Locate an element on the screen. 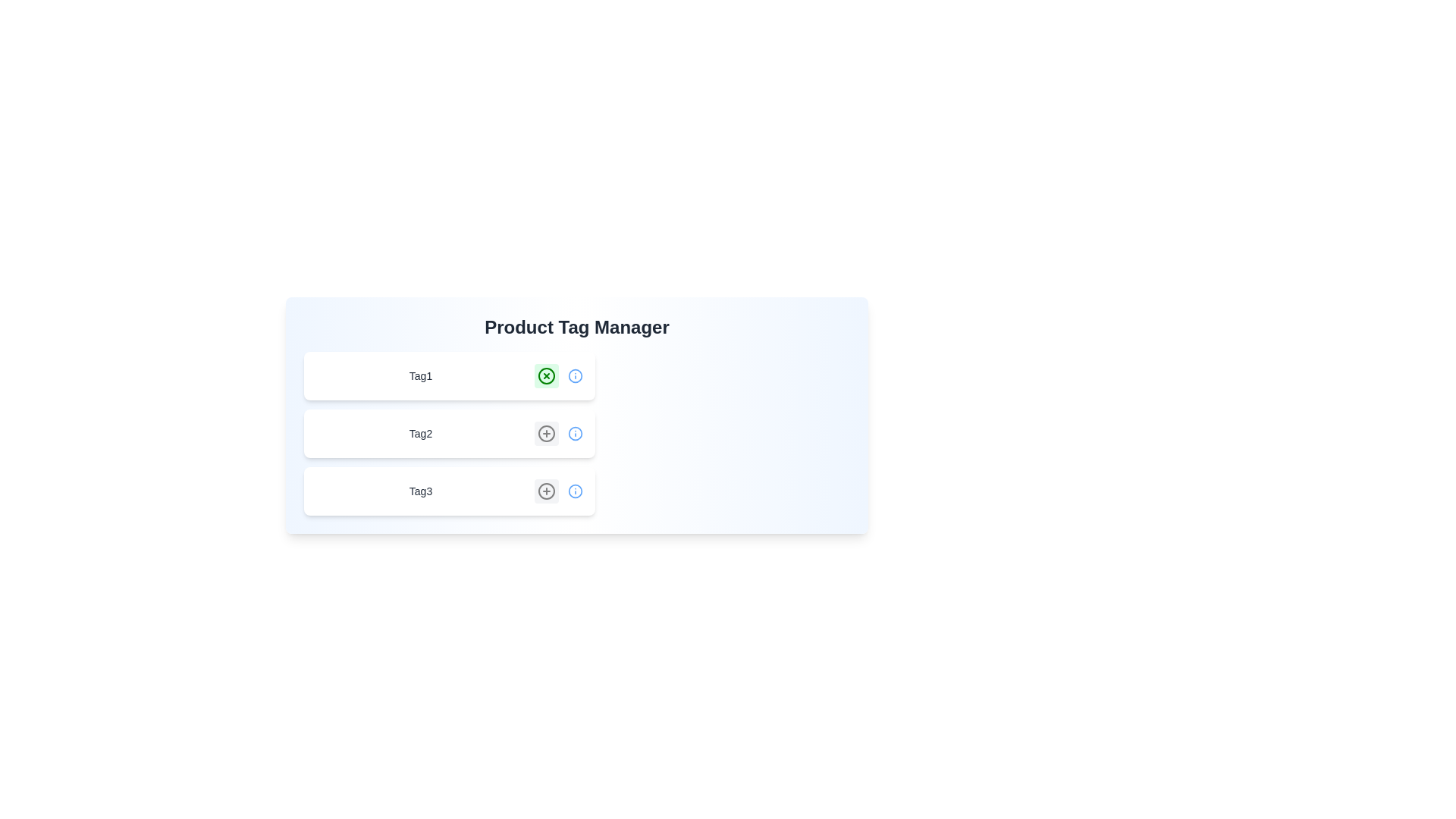 The width and height of the screenshot is (1456, 819). the information icon for Tag3 to view its description is located at coordinates (574, 491).